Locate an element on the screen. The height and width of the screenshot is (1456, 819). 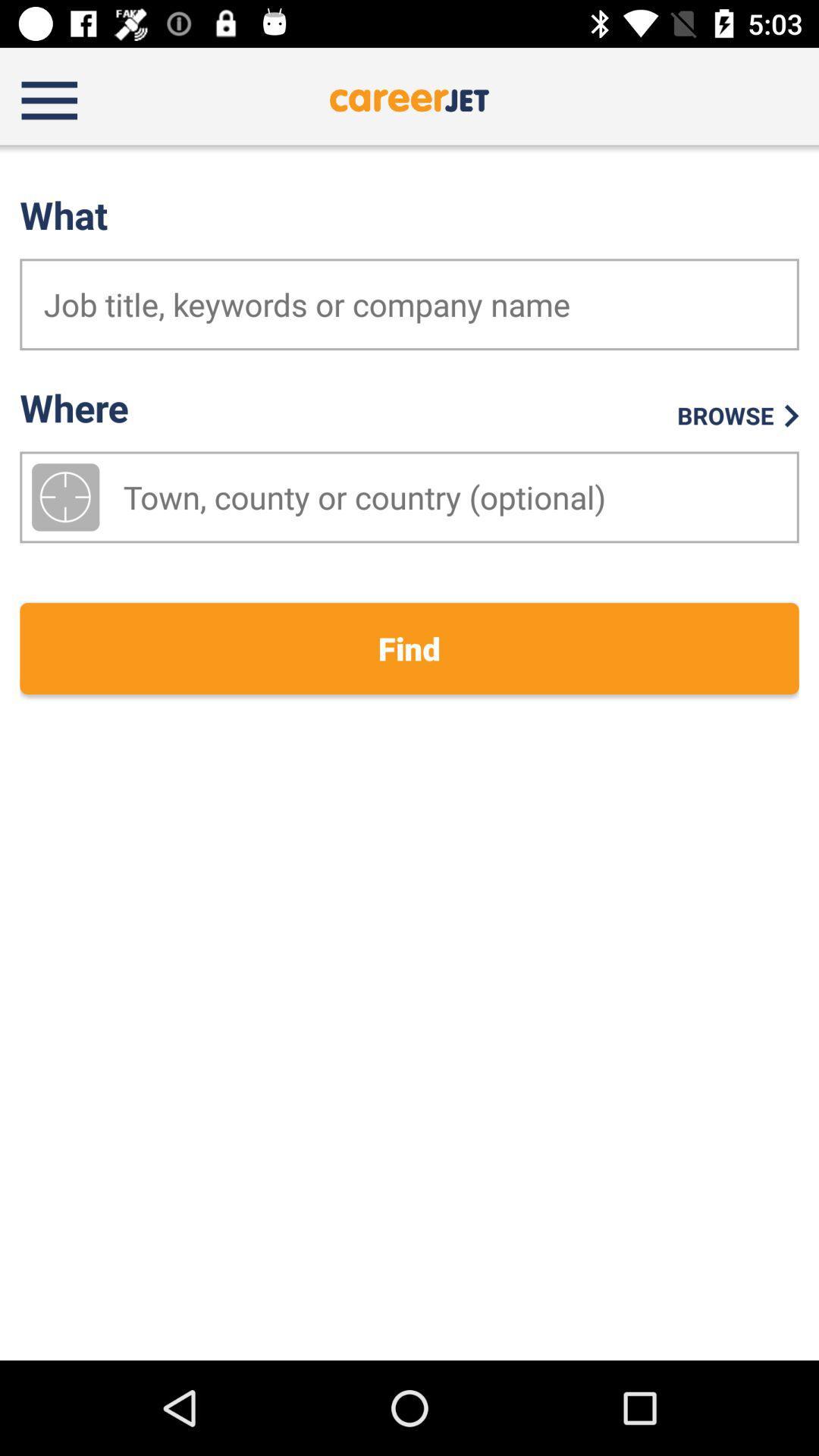
search textbox is located at coordinates (409, 303).